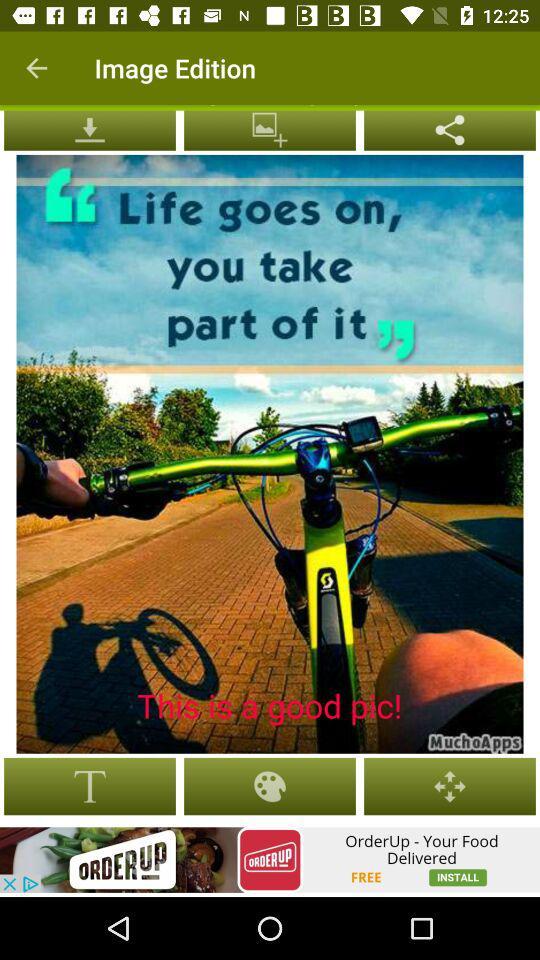  I want to click on the explore icon, so click(449, 128).